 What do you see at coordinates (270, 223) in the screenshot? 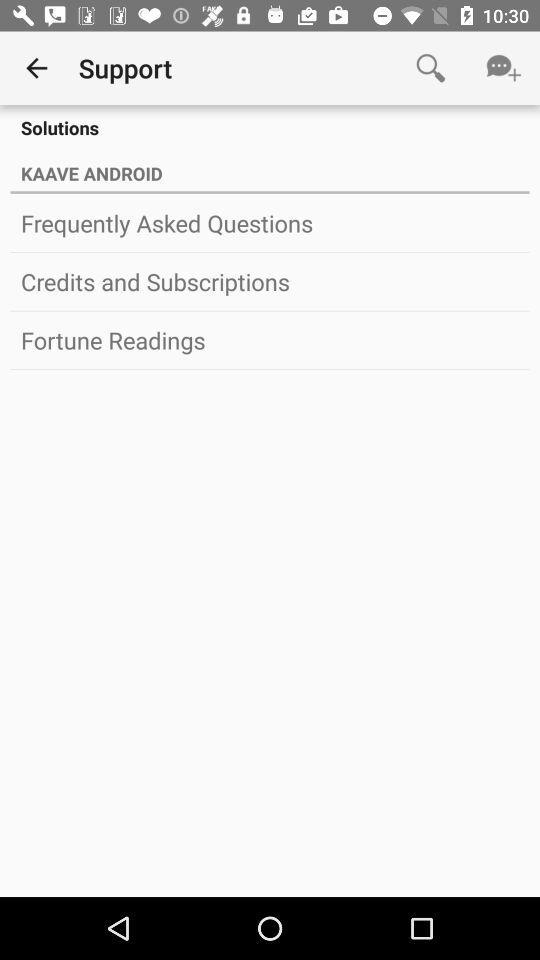
I see `frequently asked questions` at bounding box center [270, 223].